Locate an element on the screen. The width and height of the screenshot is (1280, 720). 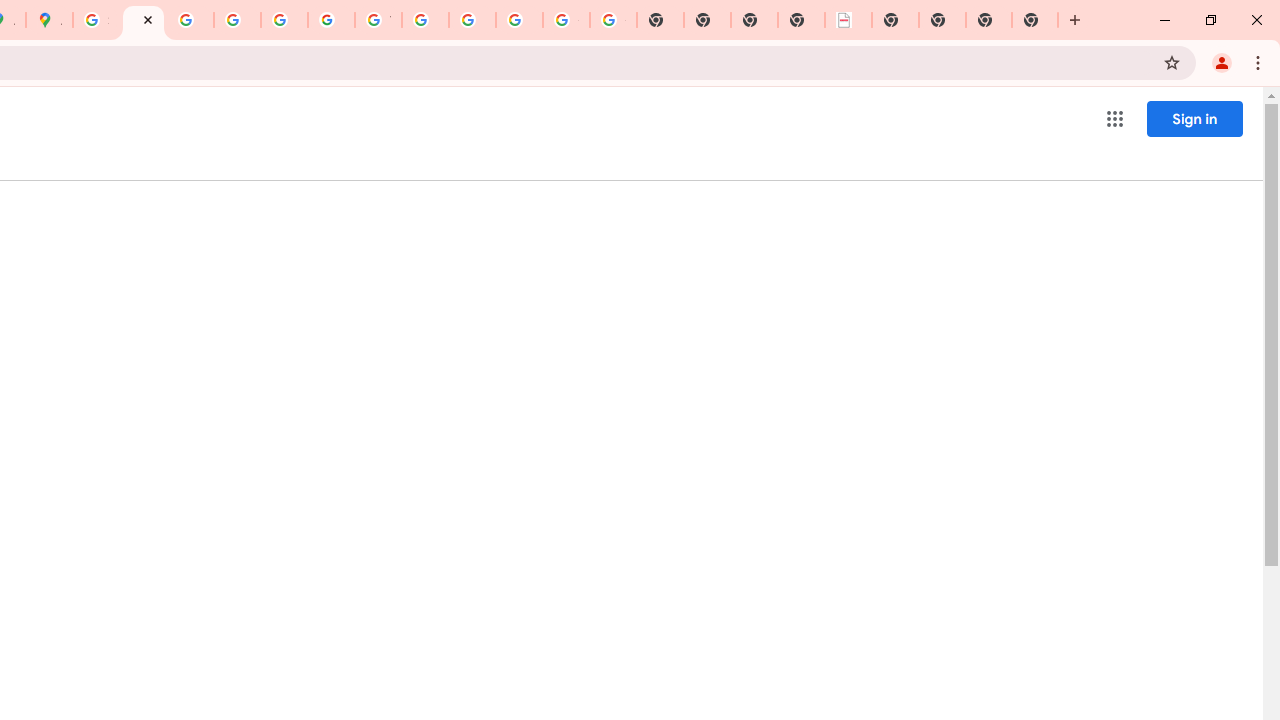
'New Tab' is located at coordinates (989, 20).